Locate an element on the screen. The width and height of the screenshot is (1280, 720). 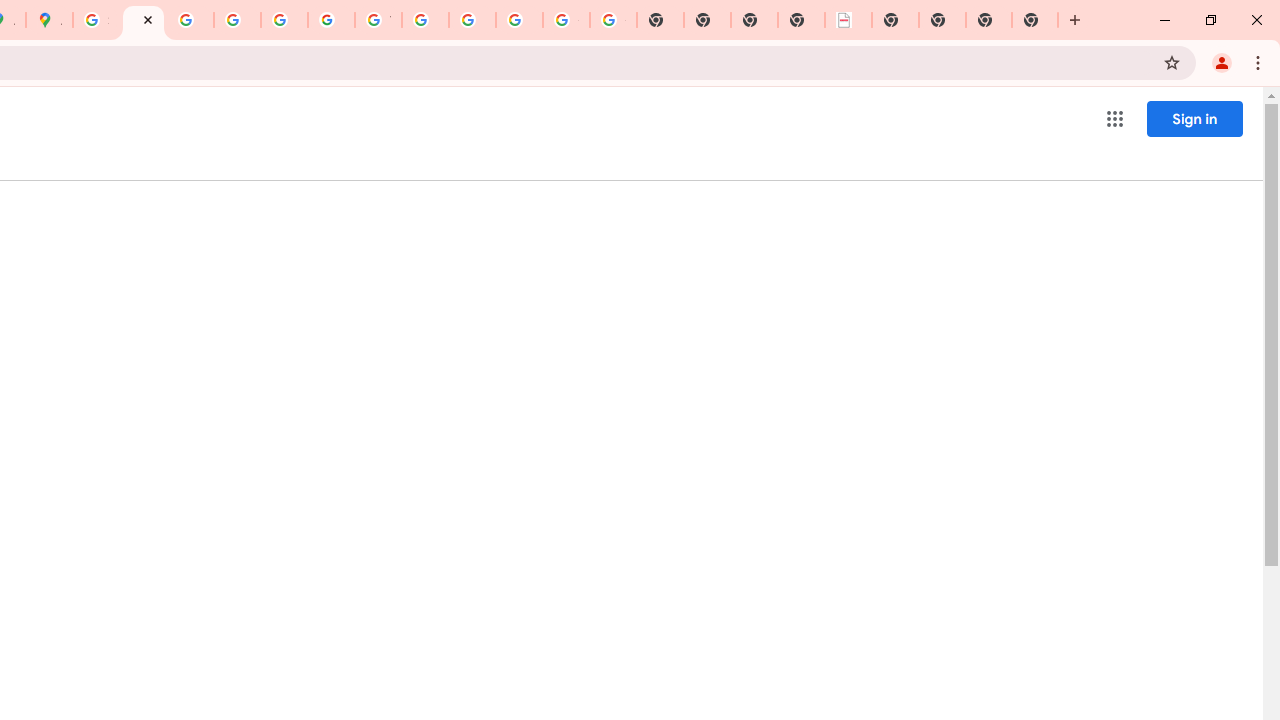
'New Tab' is located at coordinates (989, 20).